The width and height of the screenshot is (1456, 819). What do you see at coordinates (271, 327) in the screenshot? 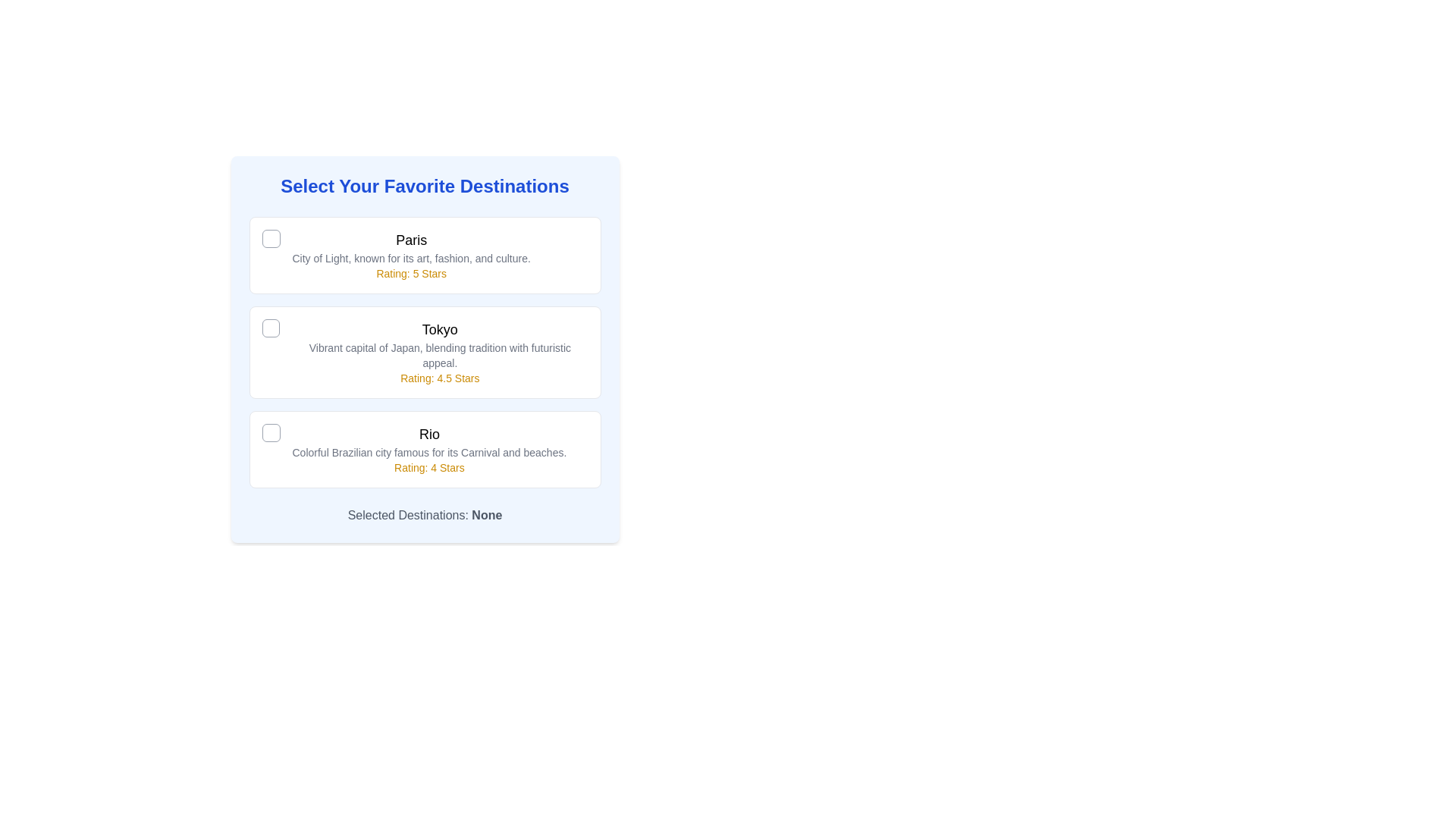
I see `the checkbox located to the left of the text 'Tokyo'` at bounding box center [271, 327].